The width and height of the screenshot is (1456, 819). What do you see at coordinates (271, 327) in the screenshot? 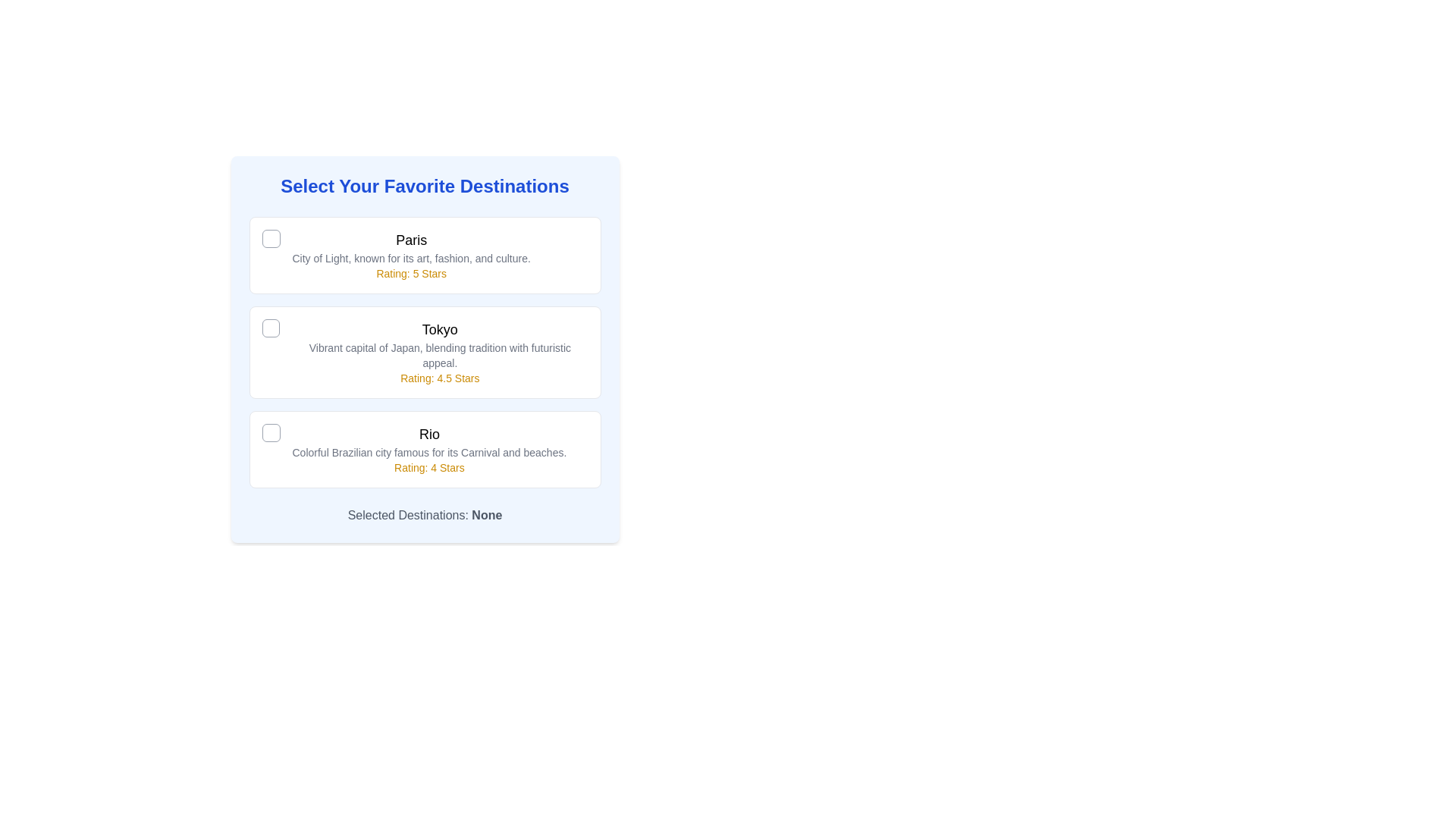
I see `the checkbox located to the left of the text 'Tokyo'` at bounding box center [271, 327].